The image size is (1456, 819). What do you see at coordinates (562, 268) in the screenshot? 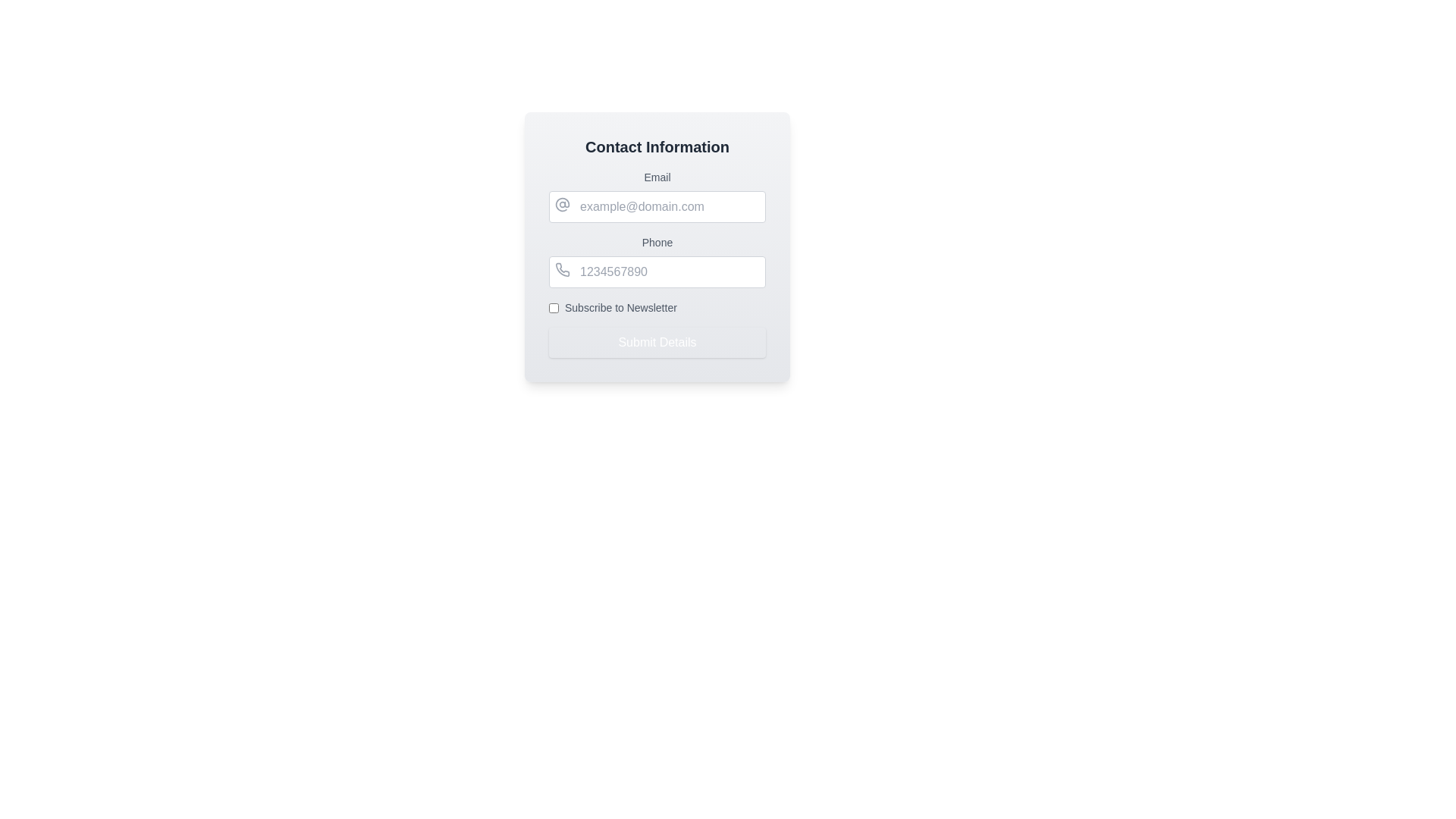
I see `the small, gray phone icon located at the top-left corner inside the phone number input field` at bounding box center [562, 268].